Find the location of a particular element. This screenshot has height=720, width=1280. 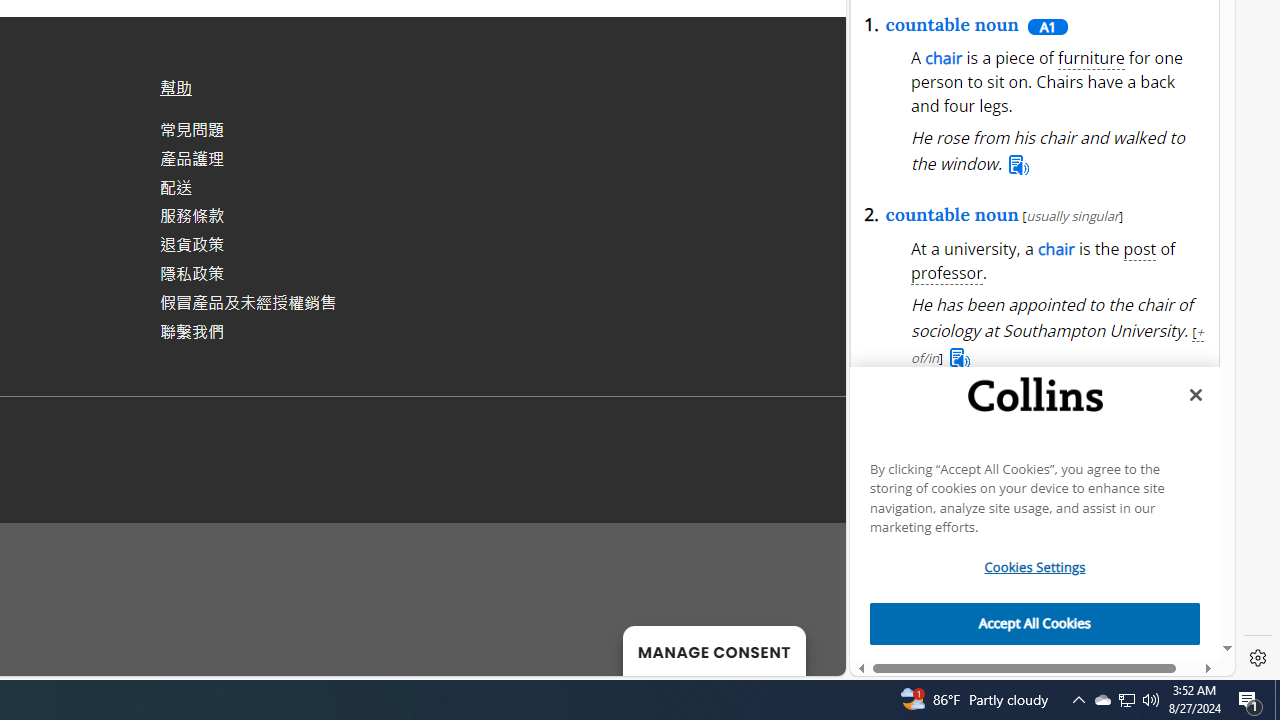

'Cookies Settings' is located at coordinates (1035, 567).